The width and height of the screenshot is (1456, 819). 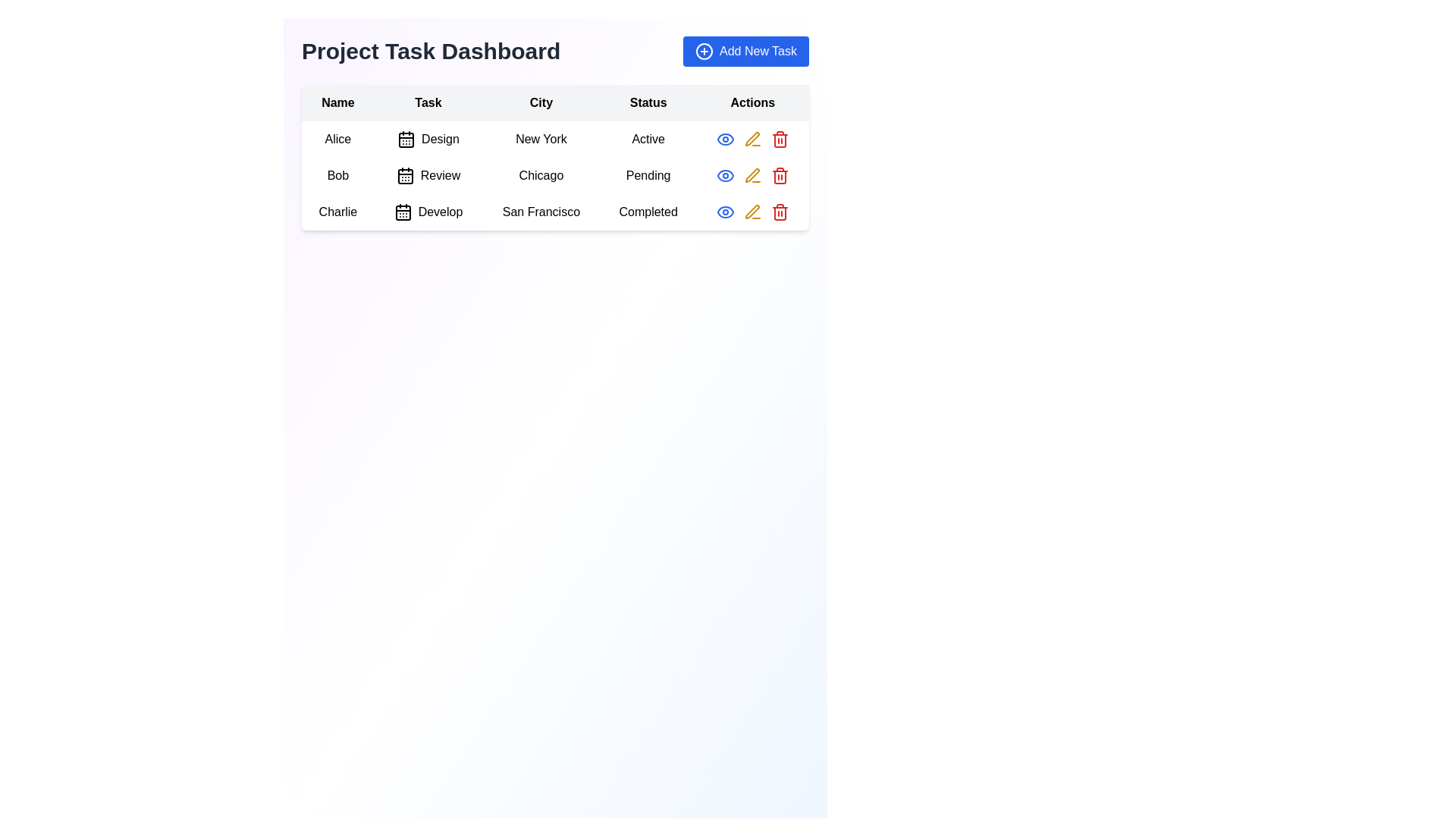 What do you see at coordinates (724, 212) in the screenshot?
I see `the 'View' button icon for the task associated with 'Charlie' in the third row under the 'Actions' column to trigger the tooltip or highlight effect` at bounding box center [724, 212].